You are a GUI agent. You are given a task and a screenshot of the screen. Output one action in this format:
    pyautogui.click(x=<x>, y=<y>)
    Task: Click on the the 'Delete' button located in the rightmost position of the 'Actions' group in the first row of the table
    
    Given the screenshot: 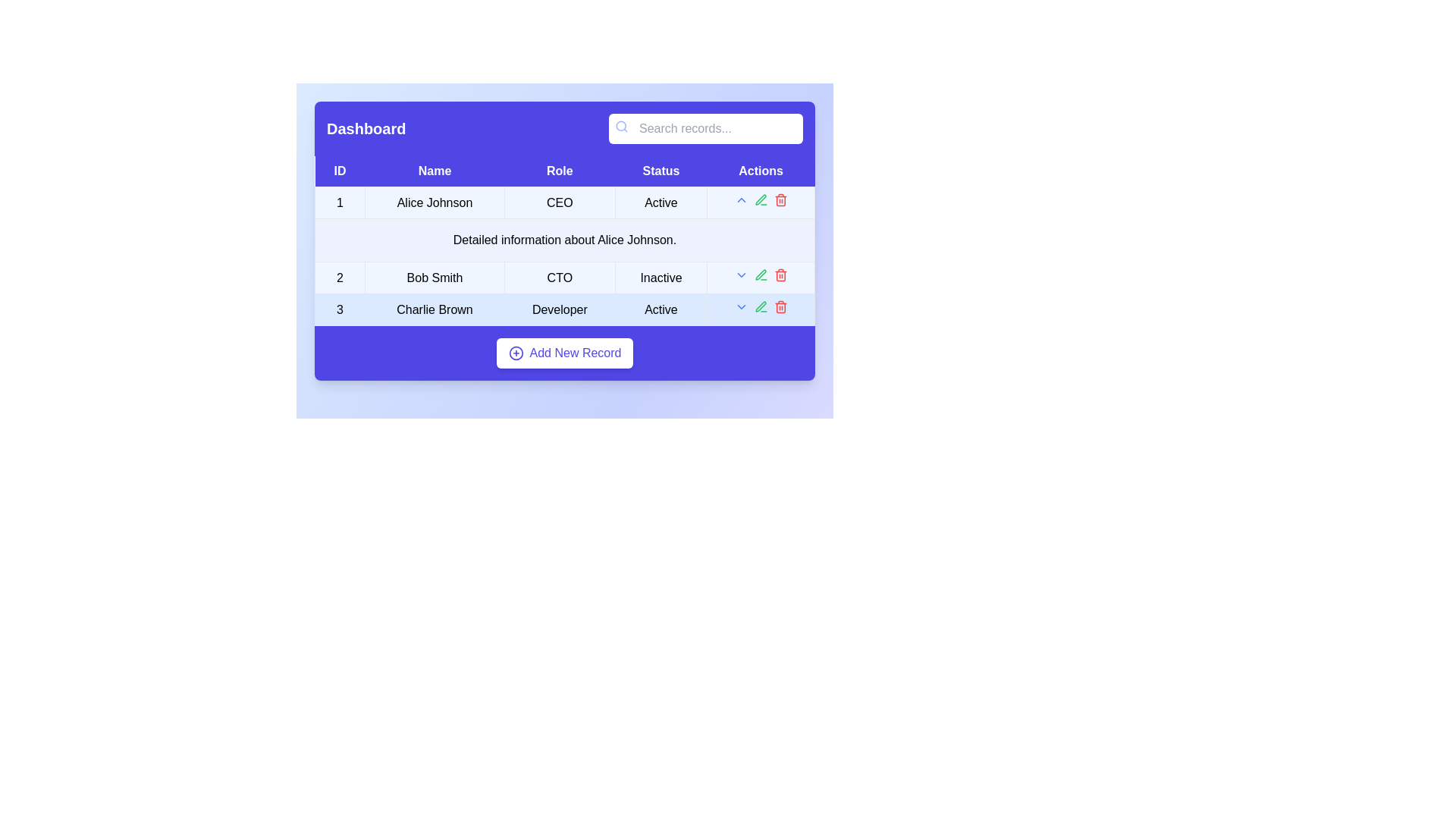 What is the action you would take?
    pyautogui.click(x=780, y=199)
    